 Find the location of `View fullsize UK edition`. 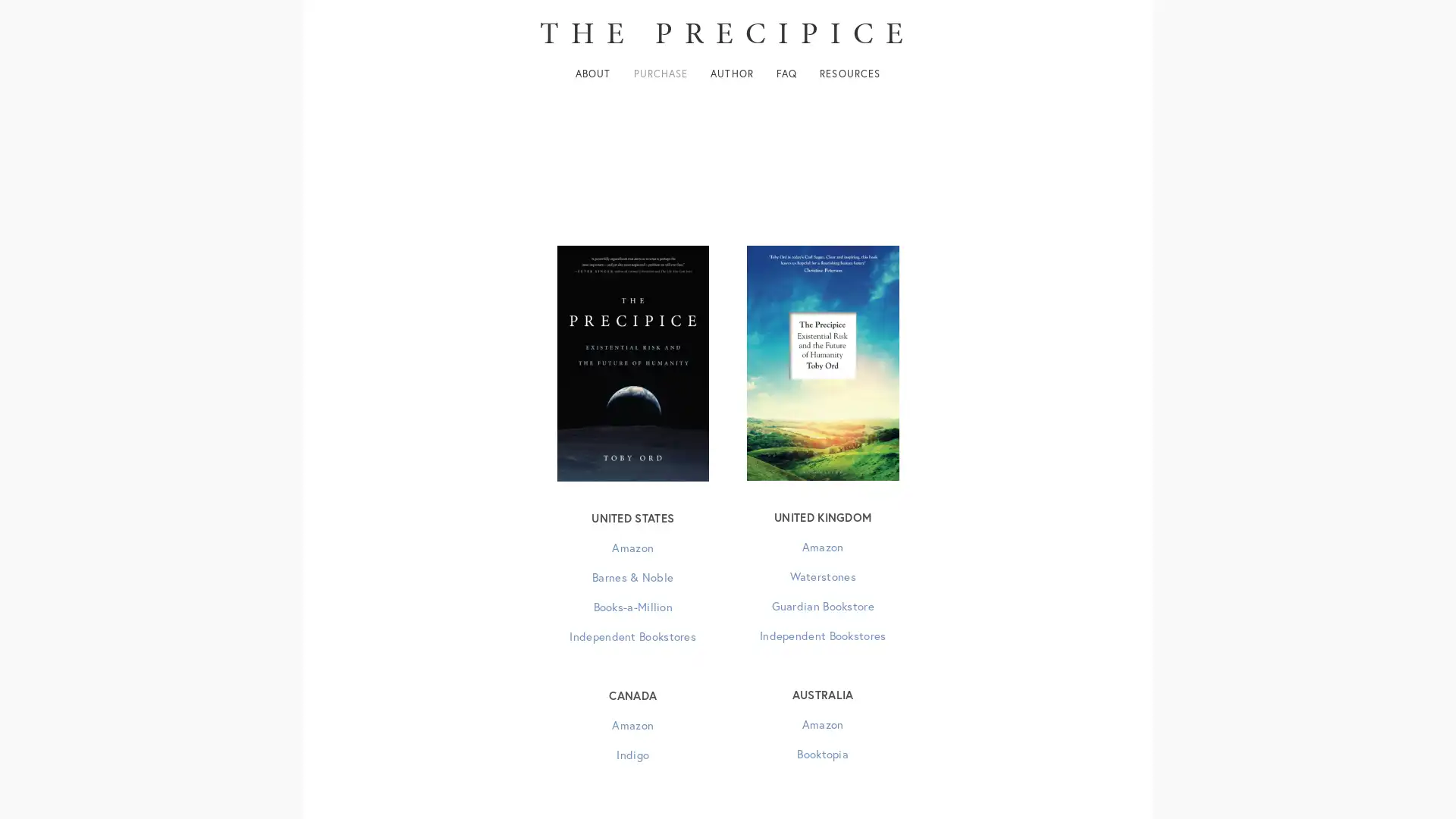

View fullsize UK edition is located at coordinates (821, 362).